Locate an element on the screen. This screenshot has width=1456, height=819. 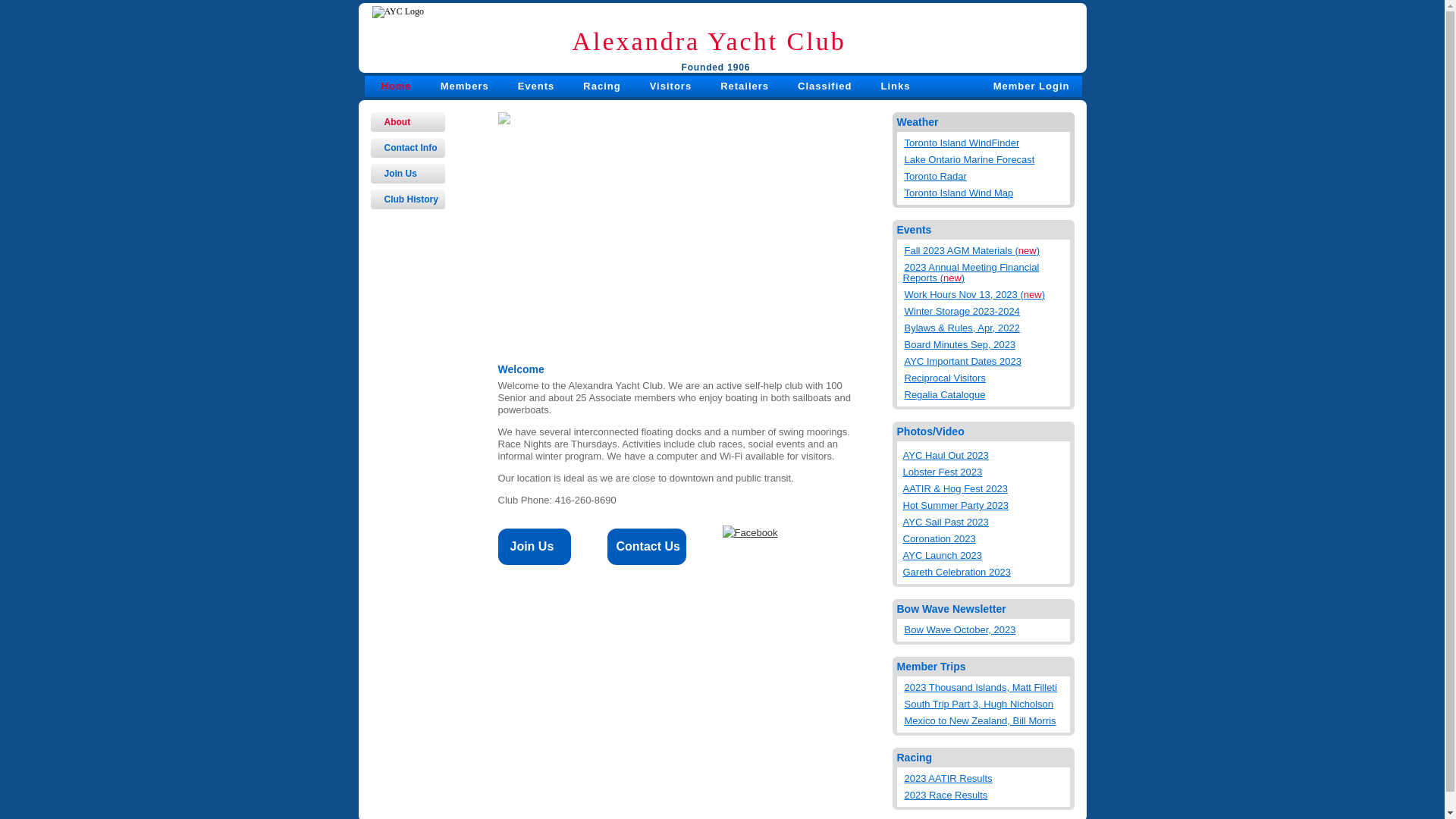
'Board Minutes Sep, 2023' is located at coordinates (986, 342).